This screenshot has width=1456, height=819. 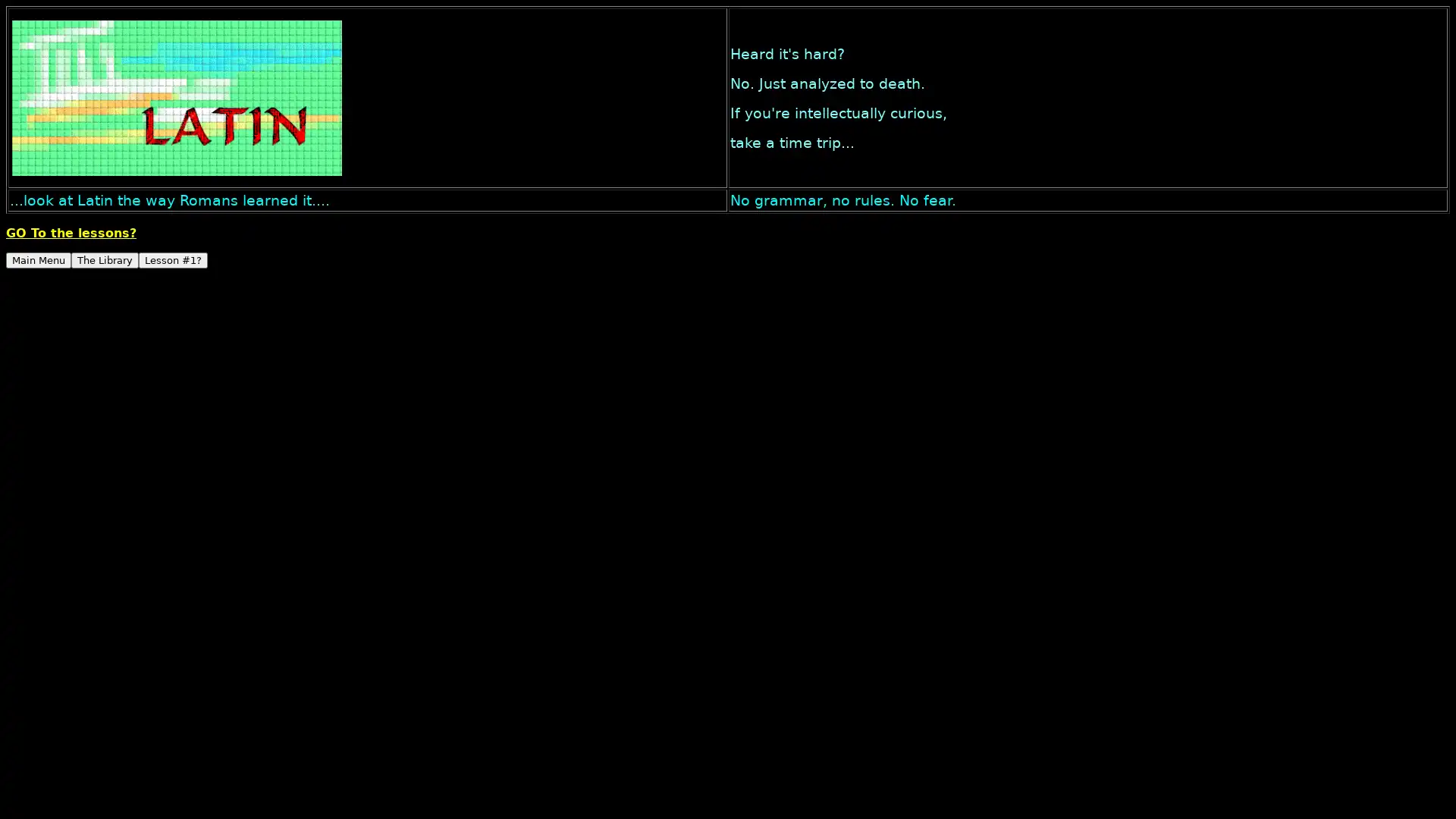 What do you see at coordinates (39, 259) in the screenshot?
I see `Main Menu` at bounding box center [39, 259].